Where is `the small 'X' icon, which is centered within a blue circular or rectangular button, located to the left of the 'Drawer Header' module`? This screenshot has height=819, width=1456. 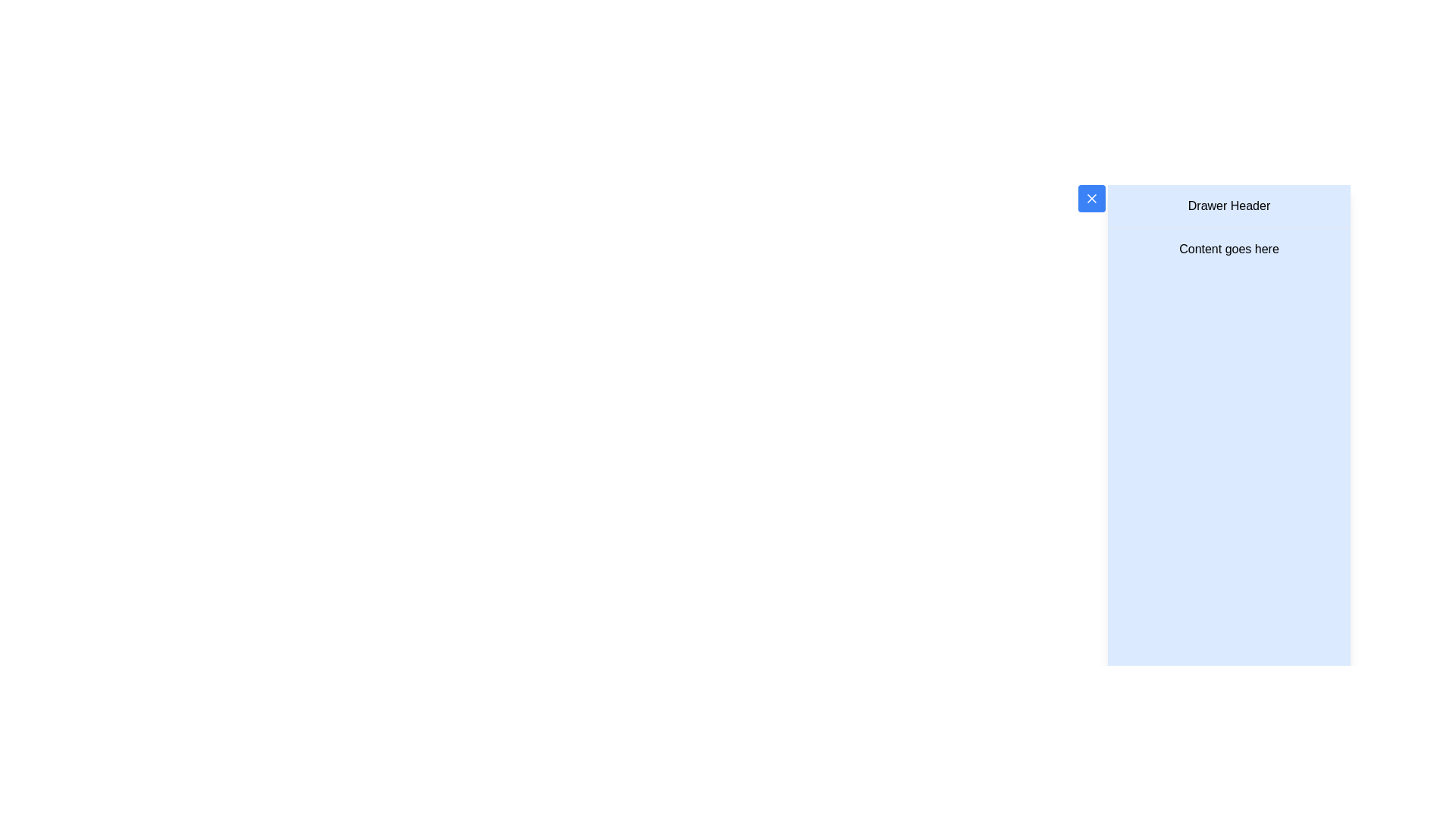 the small 'X' icon, which is centered within a blue circular or rectangular button, located to the left of the 'Drawer Header' module is located at coordinates (1090, 198).